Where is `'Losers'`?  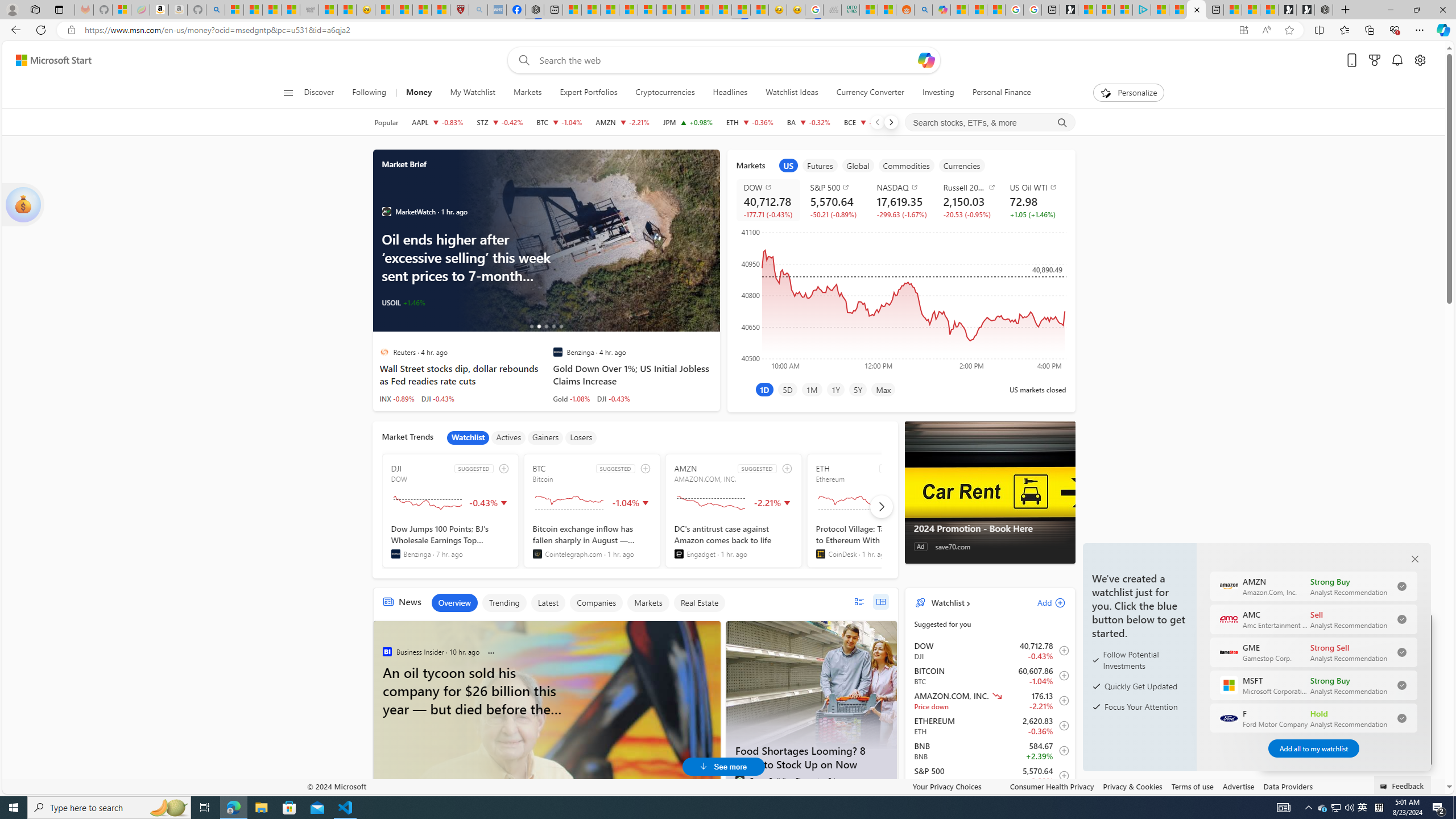
'Losers' is located at coordinates (580, 437).